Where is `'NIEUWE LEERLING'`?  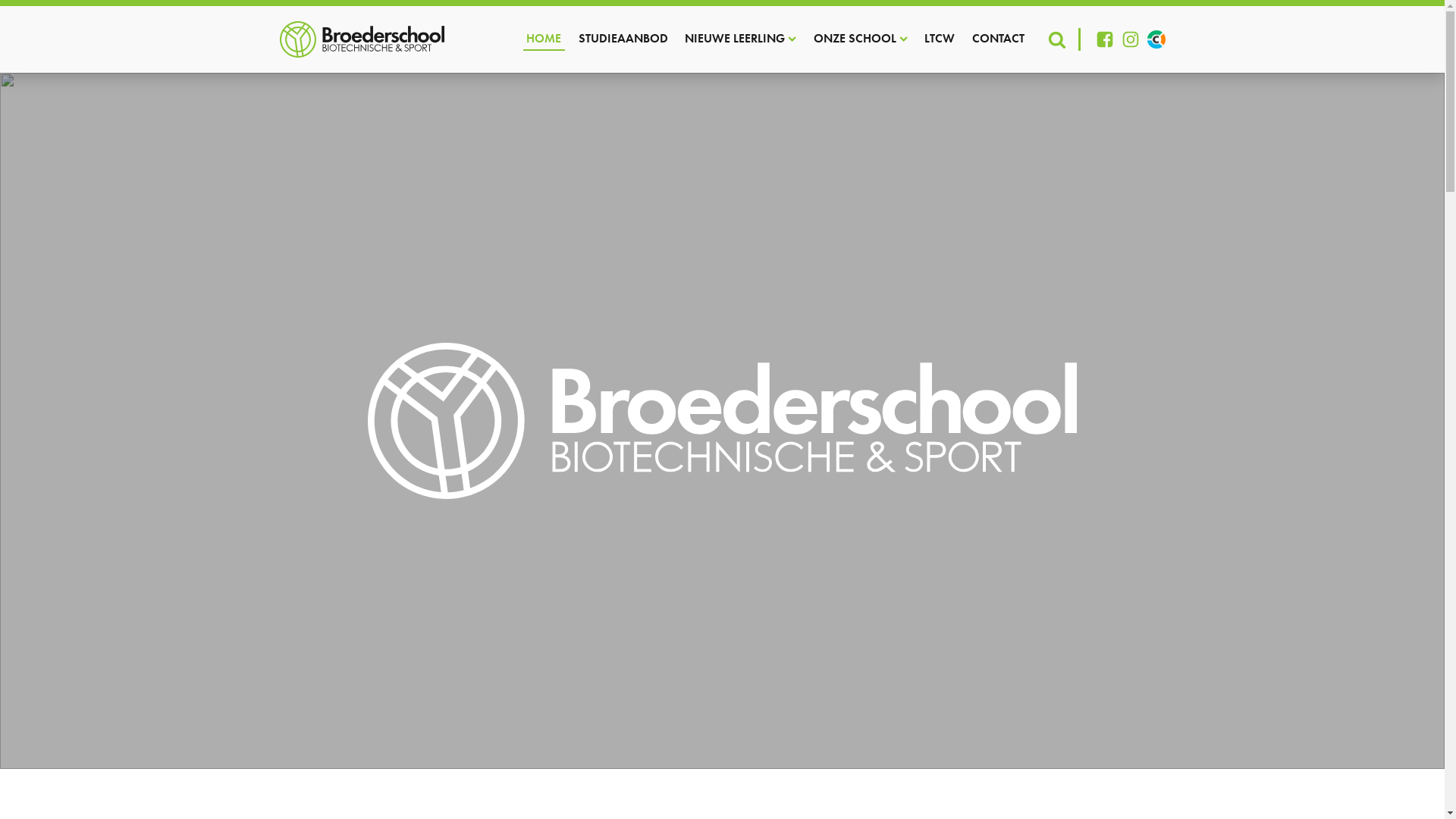
'NIEUWE LEERLING' is located at coordinates (740, 39).